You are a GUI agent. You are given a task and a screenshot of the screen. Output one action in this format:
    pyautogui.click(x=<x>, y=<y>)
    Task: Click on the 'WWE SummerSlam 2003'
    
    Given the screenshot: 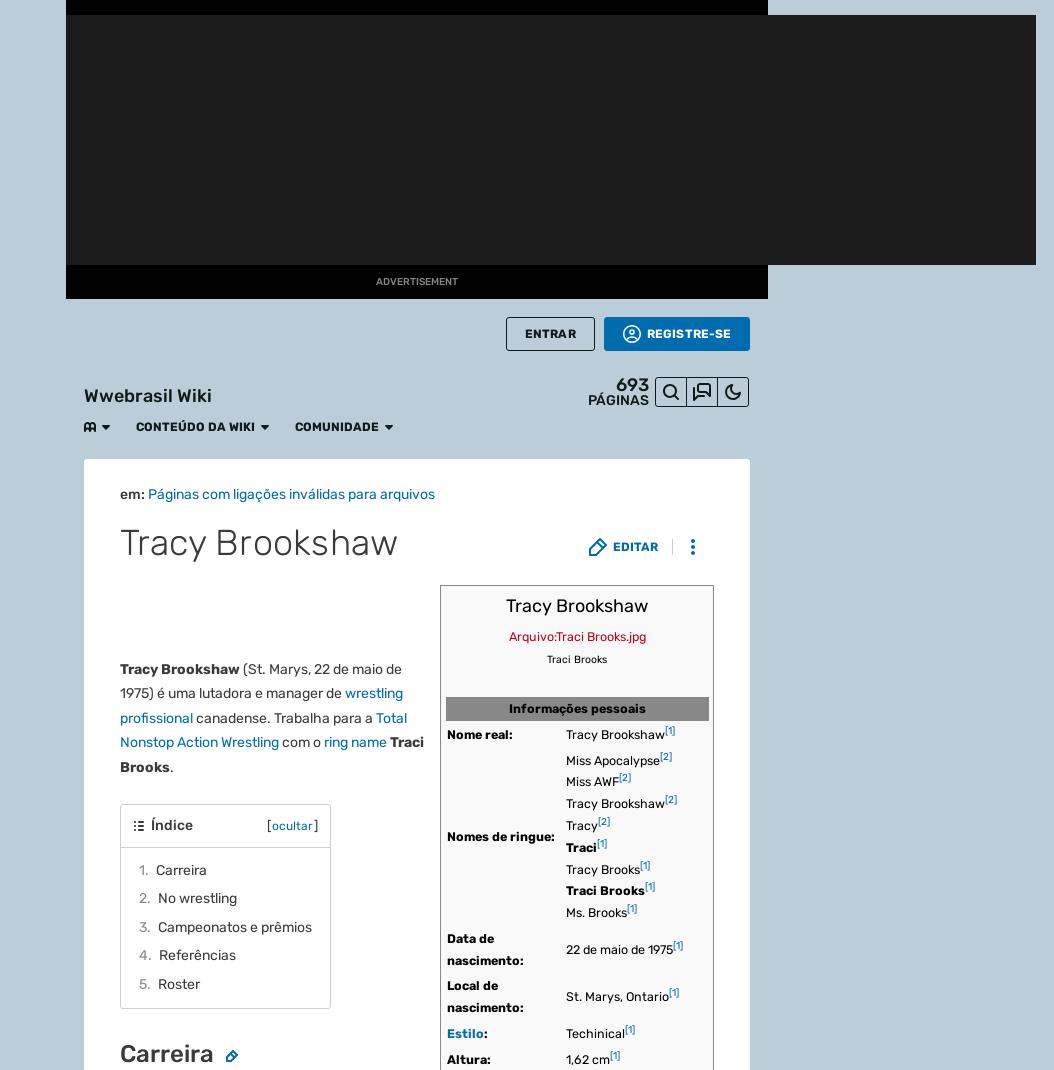 What is the action you would take?
    pyautogui.click(x=572, y=511)
    